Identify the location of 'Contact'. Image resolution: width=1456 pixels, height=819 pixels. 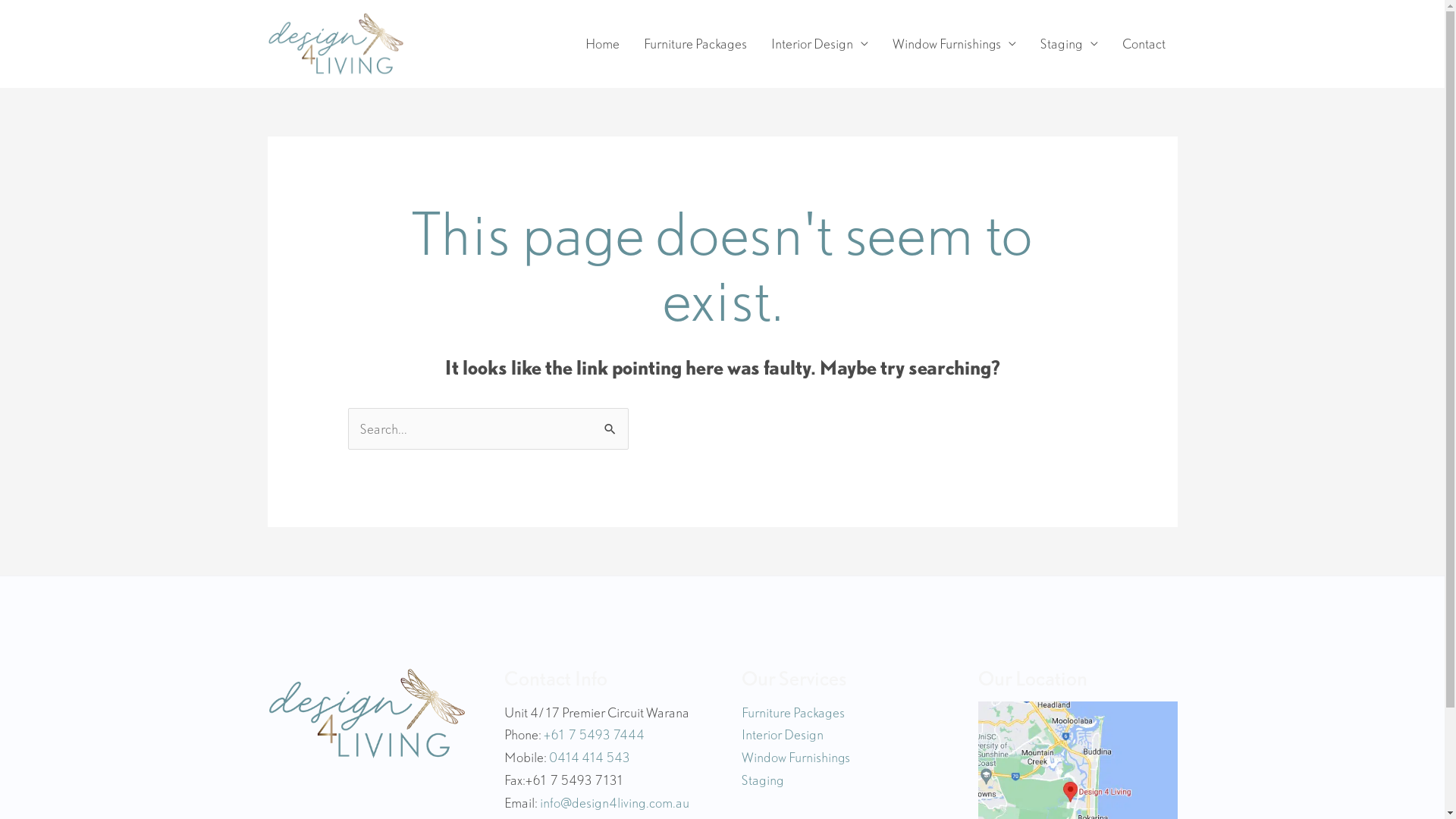
(1144, 42).